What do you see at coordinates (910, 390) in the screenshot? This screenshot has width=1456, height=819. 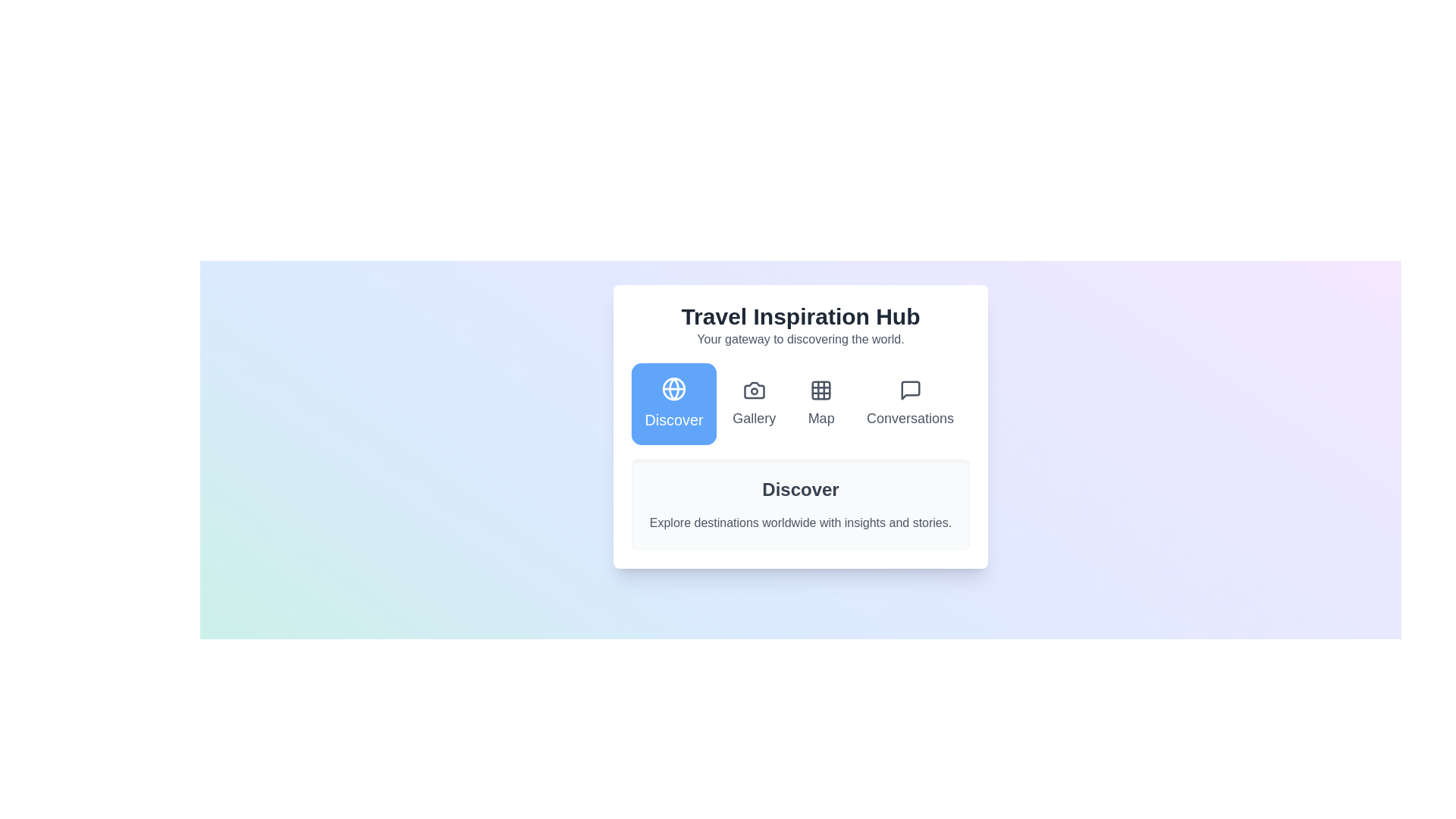 I see `the 'Conversations' icon, which is the fourth icon from the left` at bounding box center [910, 390].